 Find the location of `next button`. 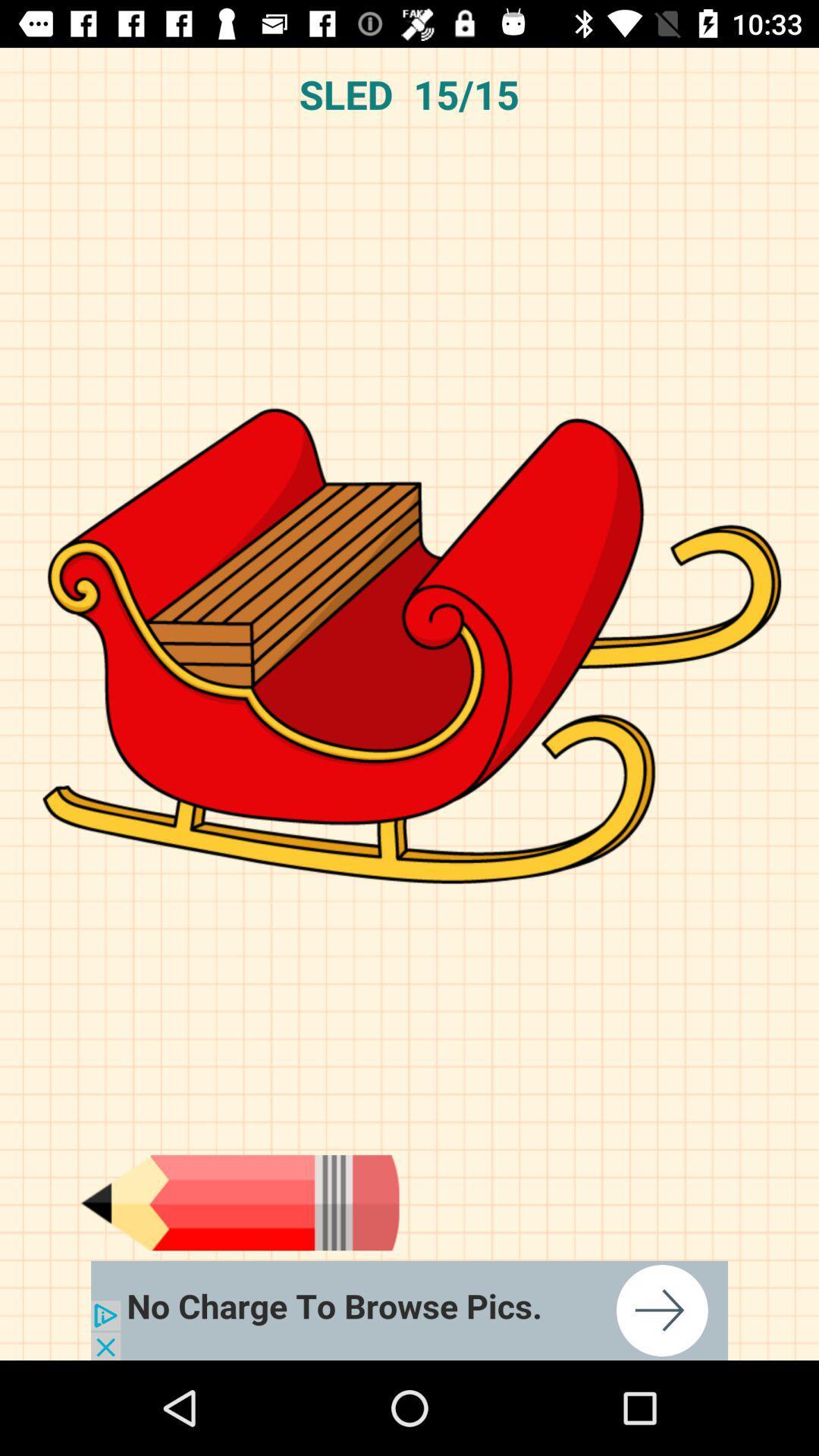

next button is located at coordinates (409, 1310).